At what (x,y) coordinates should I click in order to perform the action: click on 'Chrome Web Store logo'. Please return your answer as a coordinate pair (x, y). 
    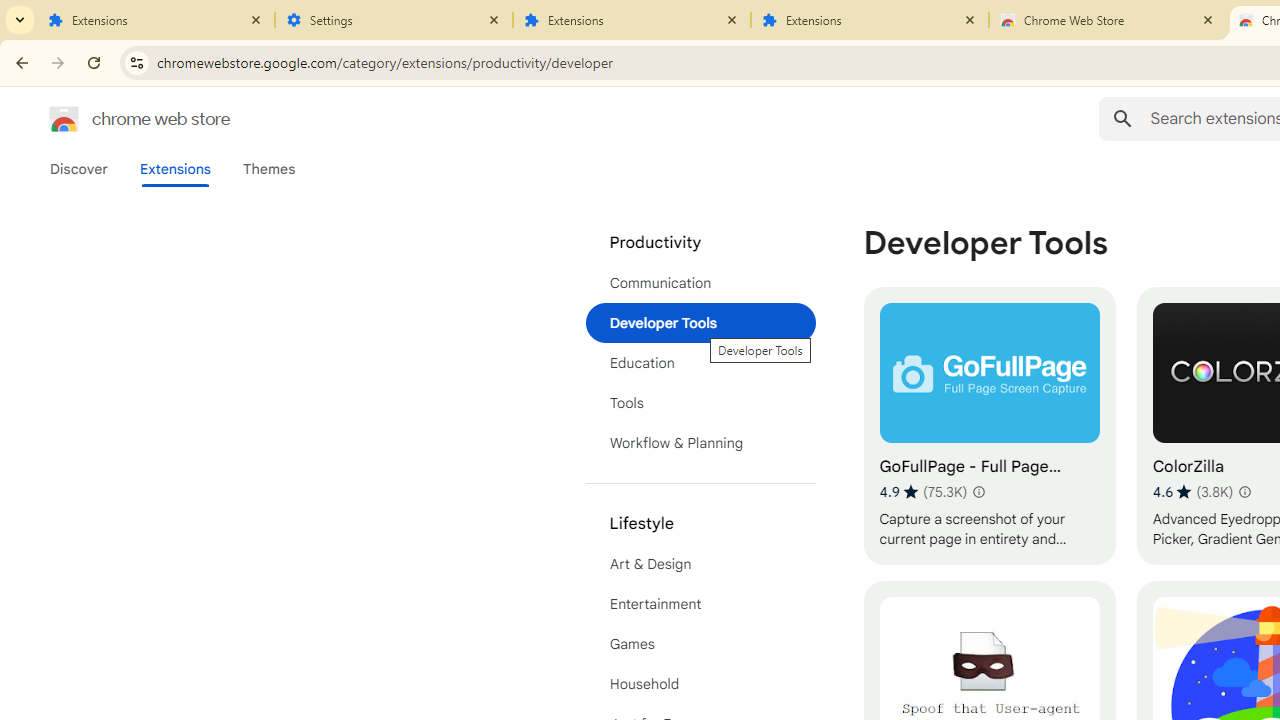
    Looking at the image, I should click on (64, 119).